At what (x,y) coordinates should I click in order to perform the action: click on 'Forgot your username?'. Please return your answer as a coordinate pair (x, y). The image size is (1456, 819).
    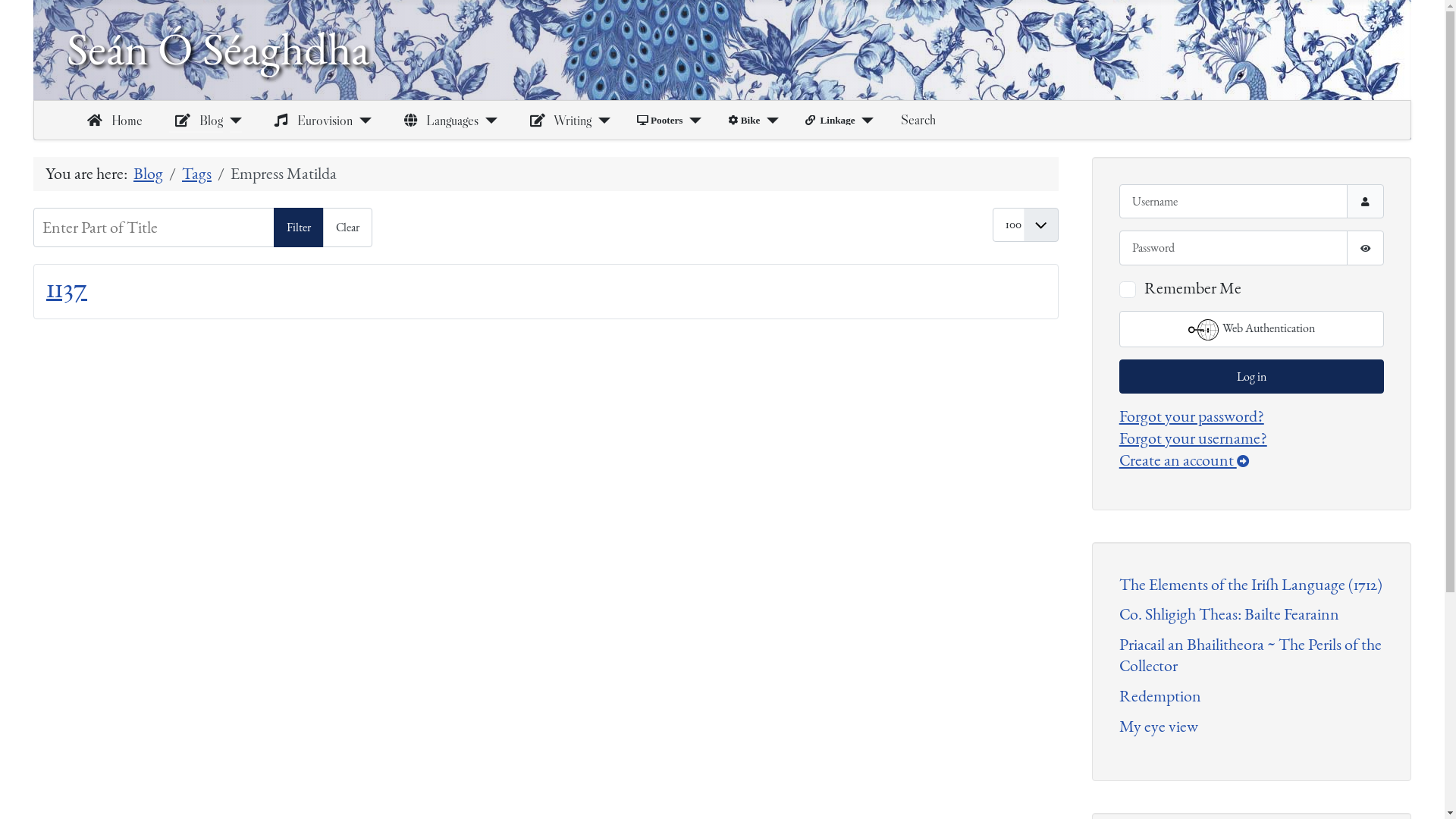
    Looking at the image, I should click on (1192, 438).